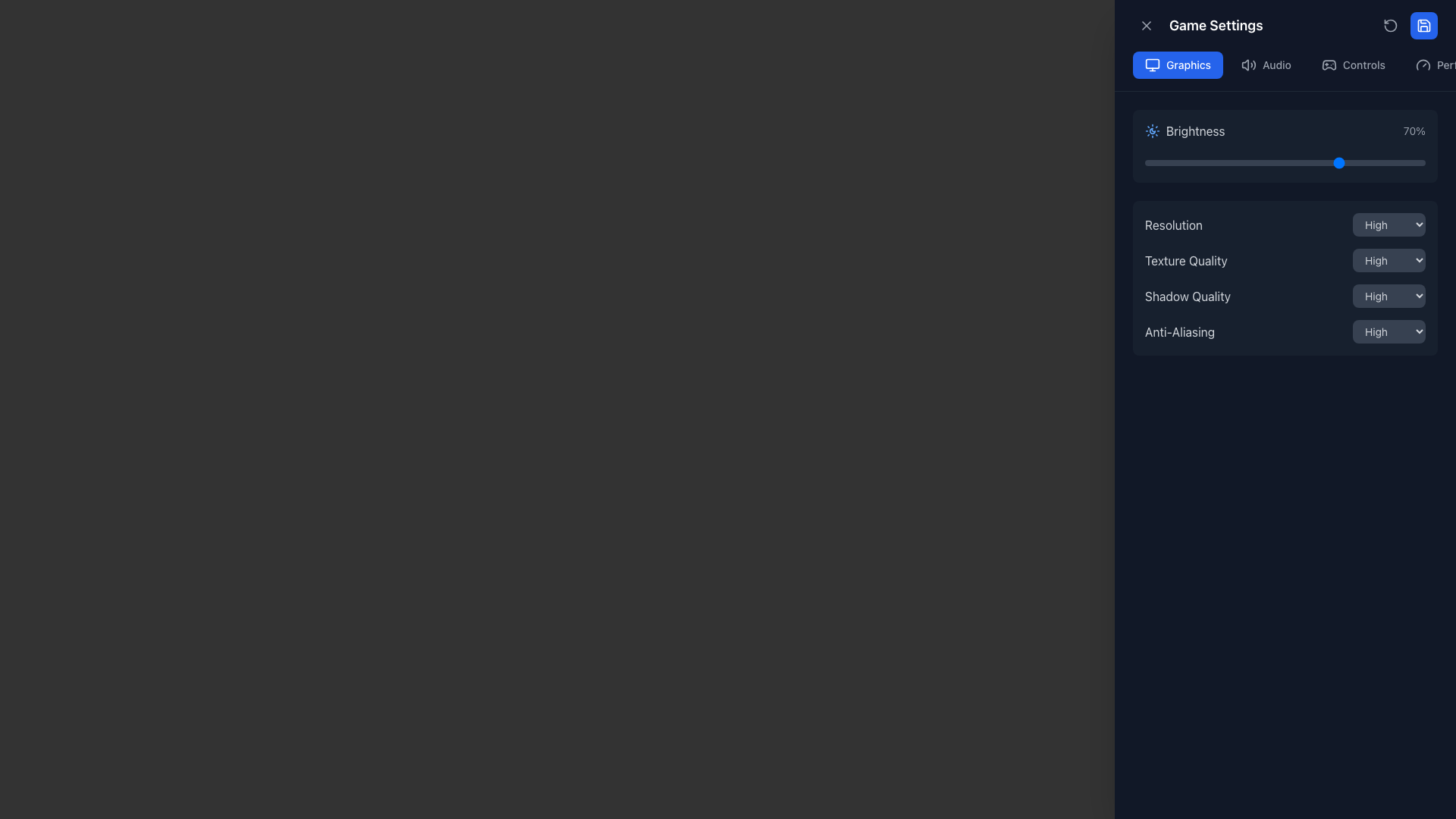 This screenshot has width=1456, height=819. I want to click on the dropdown menu for setting the resolution quality located near the top-right corner of the 'Graphics' settings section, so click(1389, 224).